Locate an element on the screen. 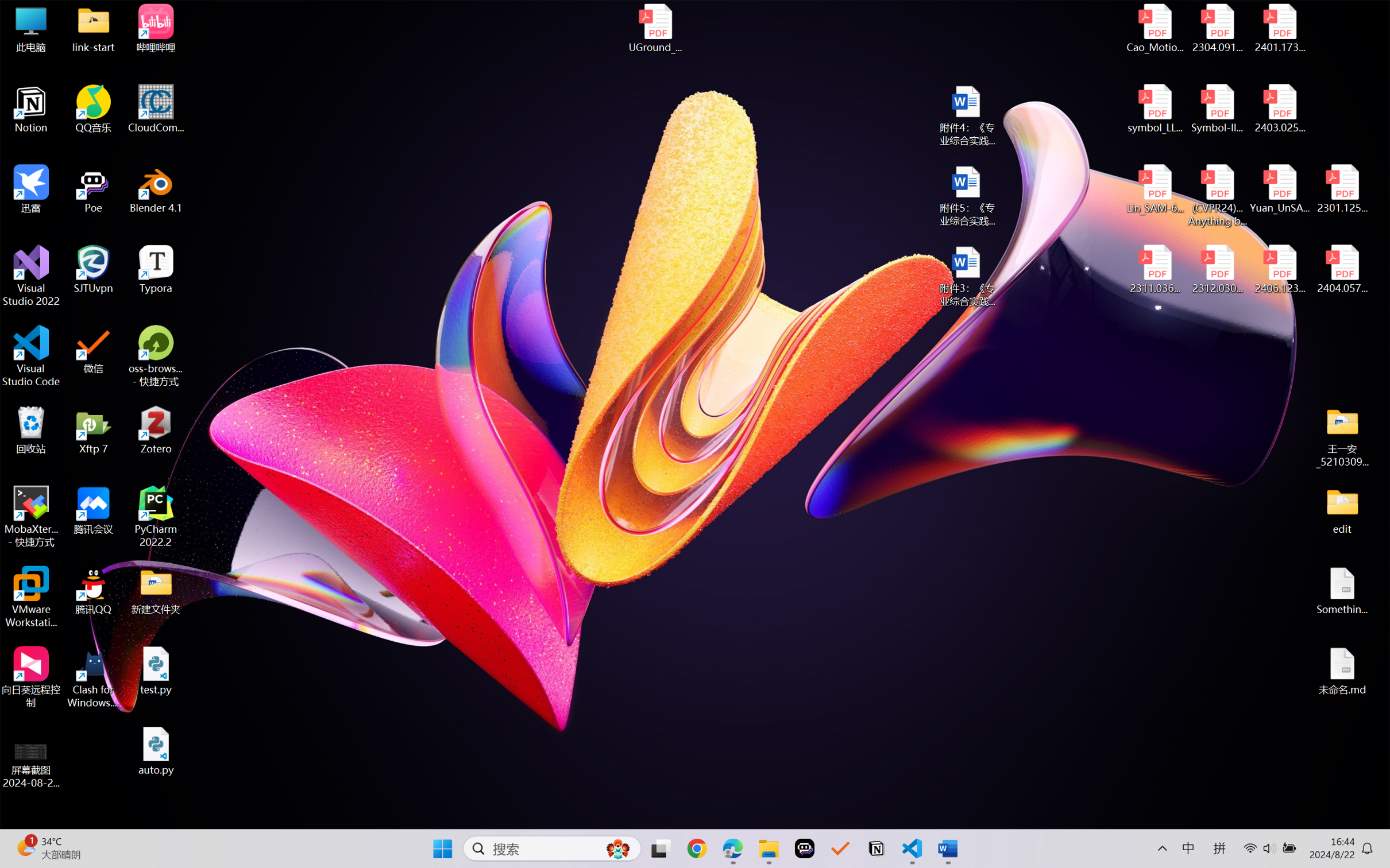 This screenshot has height=868, width=1390. 'Blender 4.1' is located at coordinates (156, 188).